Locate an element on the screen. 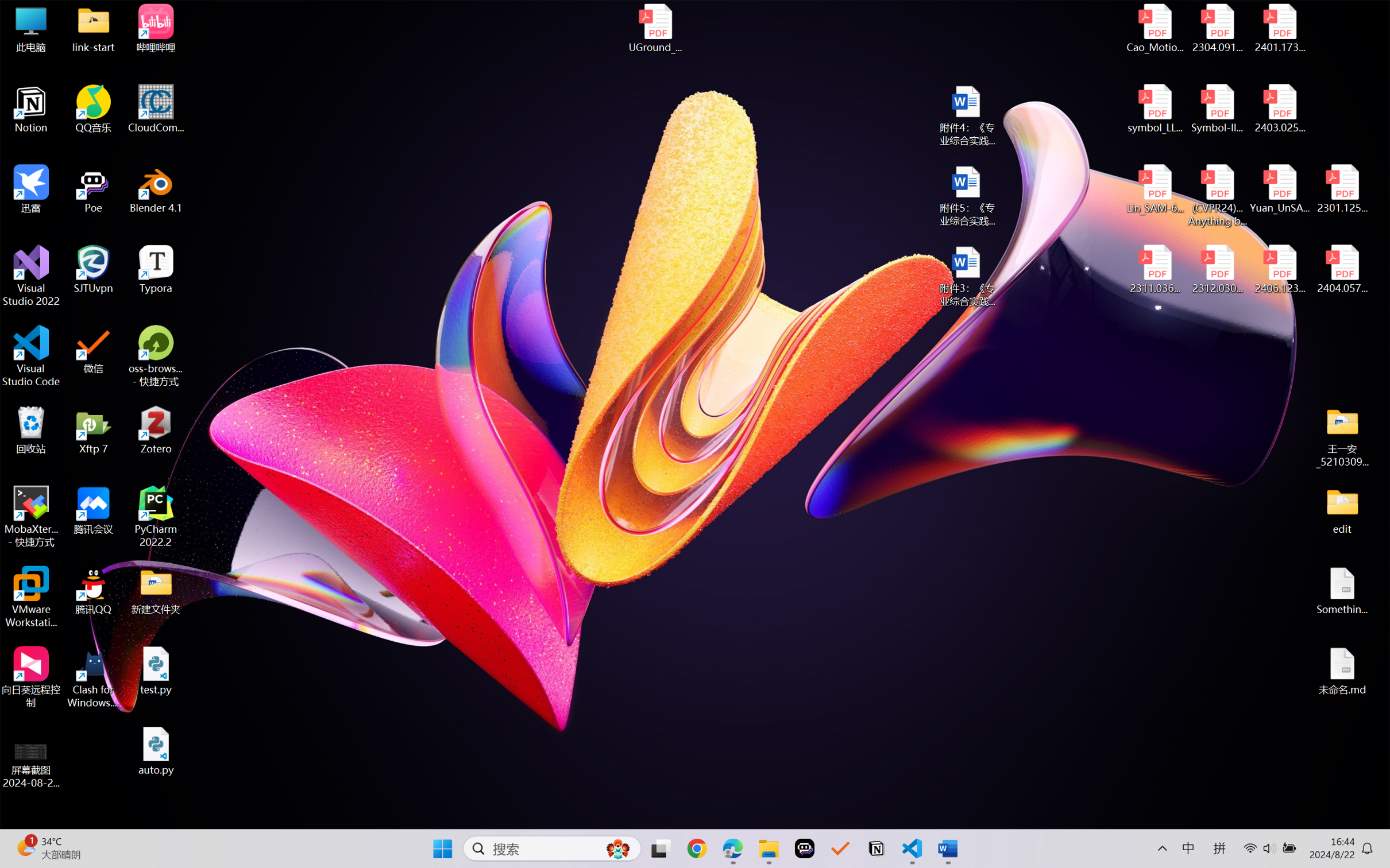 This screenshot has height=868, width=1390. 'Blender 4.1' is located at coordinates (156, 188).